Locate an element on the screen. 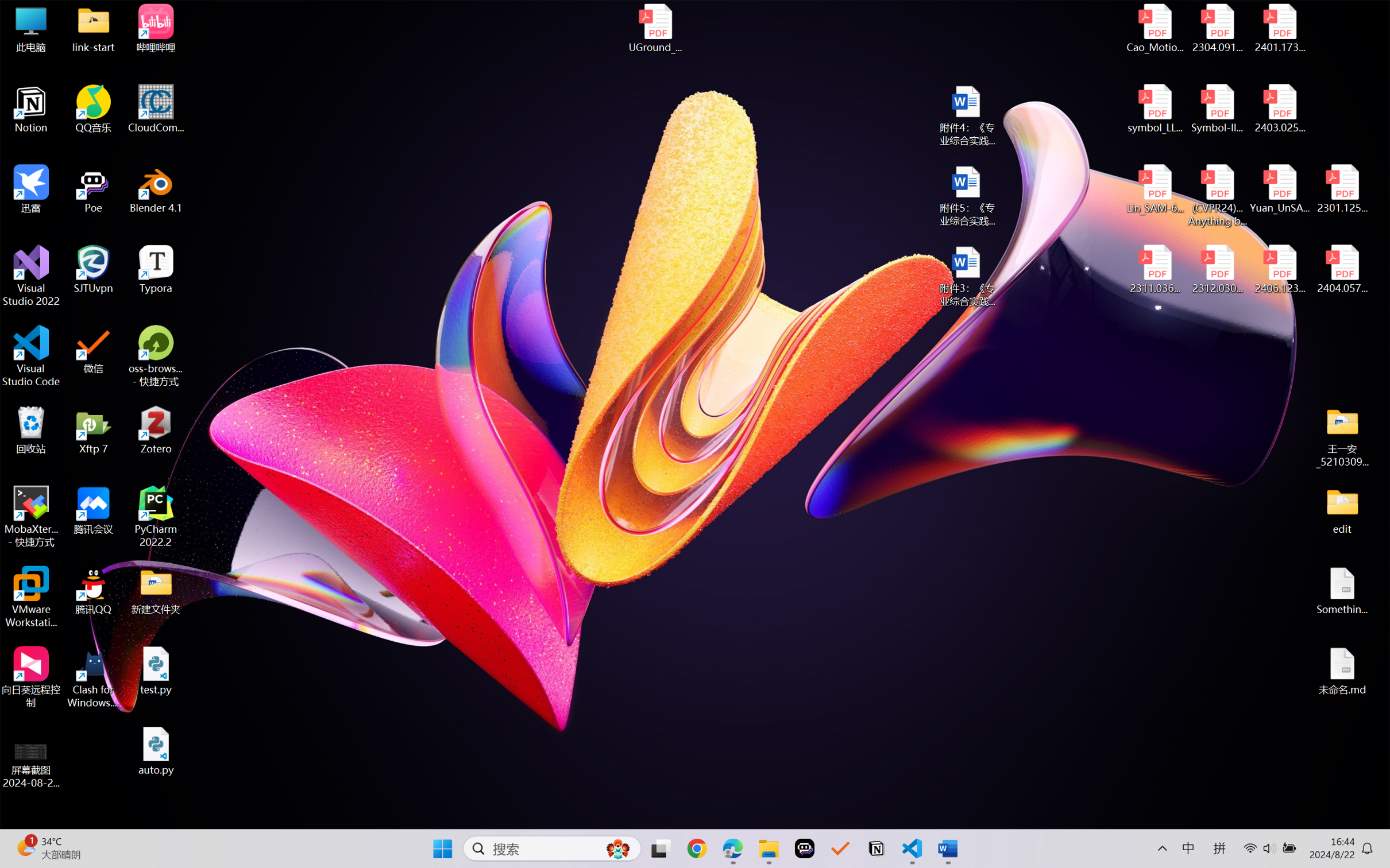 This screenshot has height=868, width=1390. 'Blender 4.1' is located at coordinates (156, 188).